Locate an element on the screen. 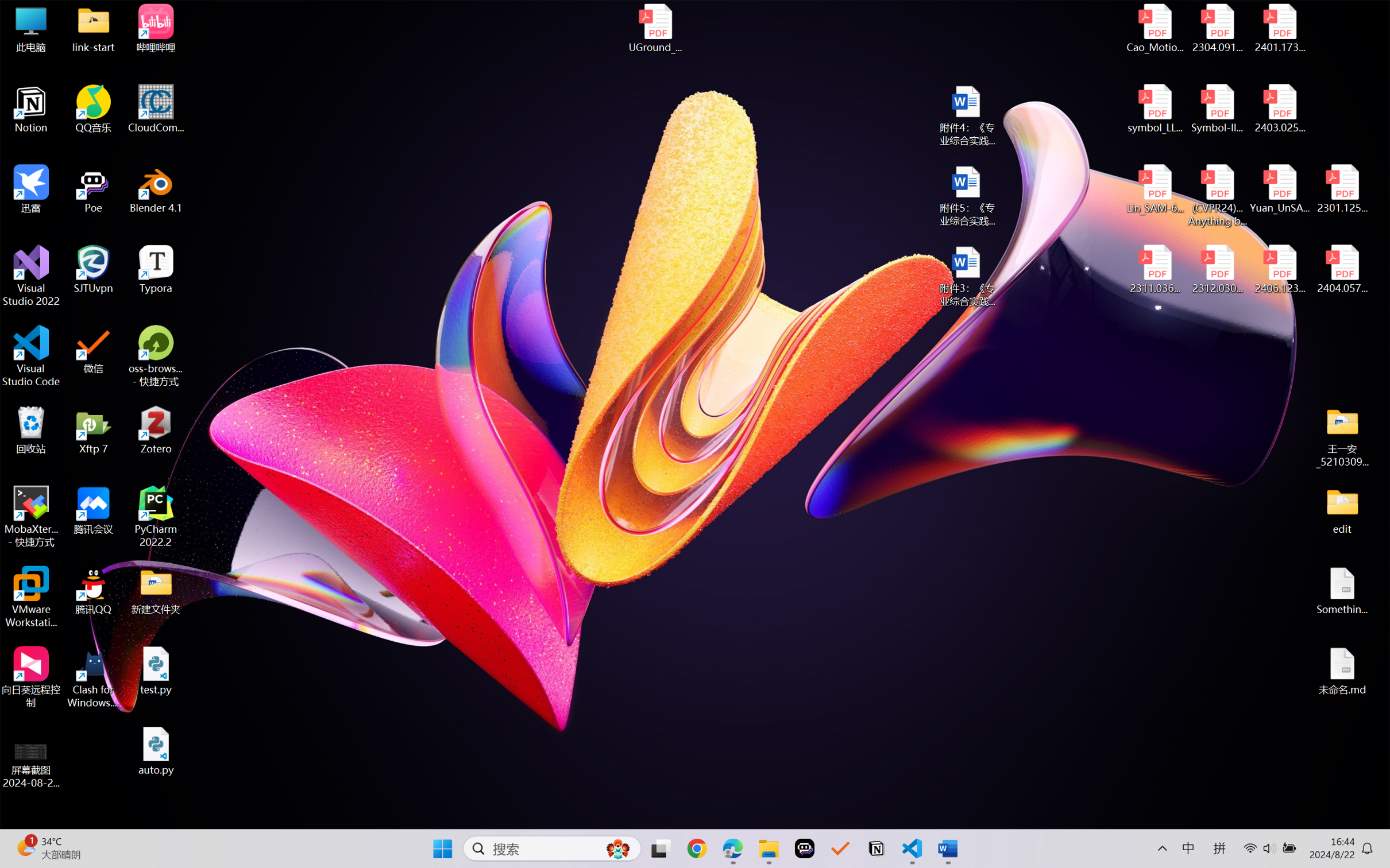 This screenshot has height=868, width=1390. 'Blender 4.1' is located at coordinates (156, 188).